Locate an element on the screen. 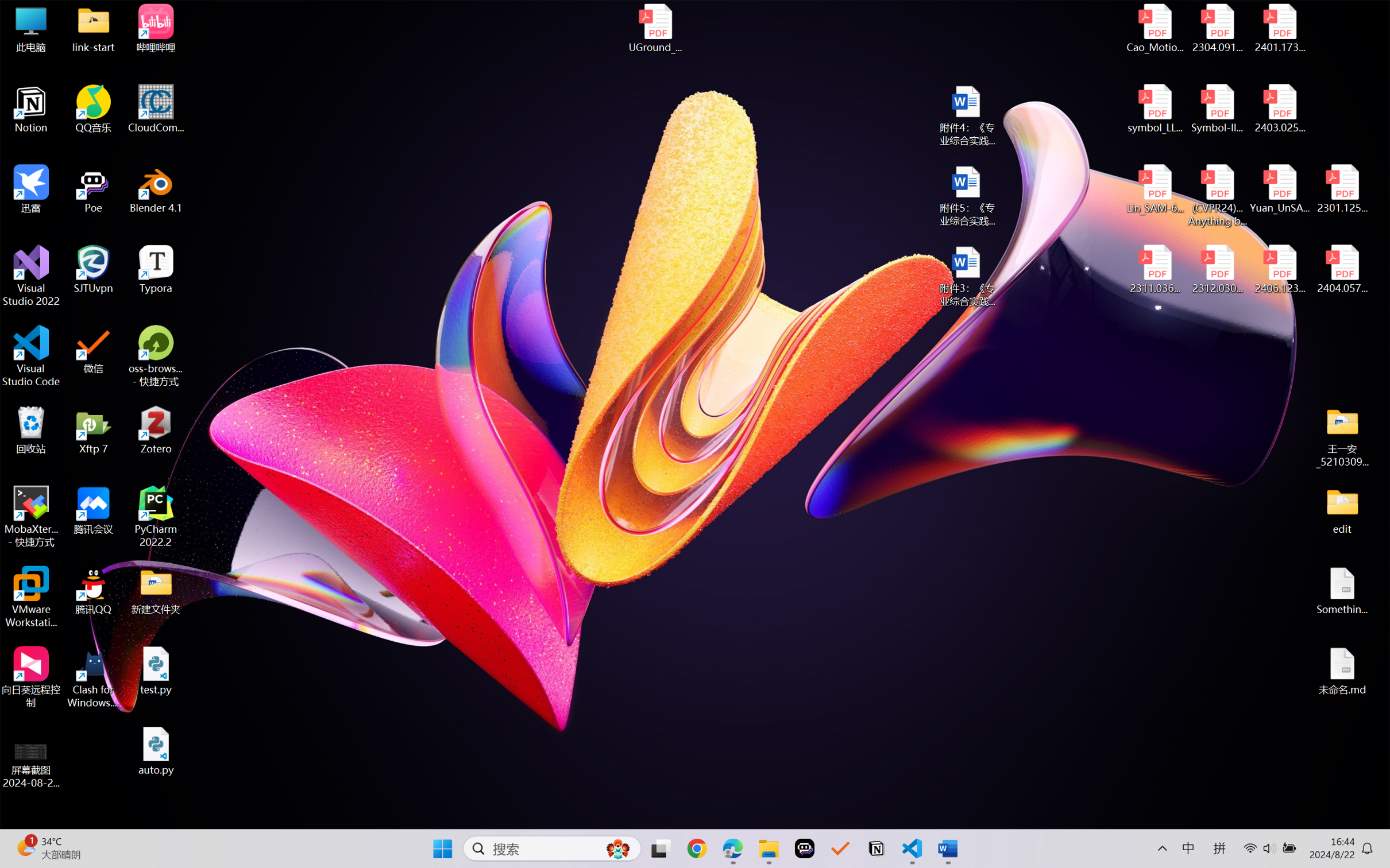 This screenshot has height=868, width=1390. 'Blender 4.1' is located at coordinates (156, 188).